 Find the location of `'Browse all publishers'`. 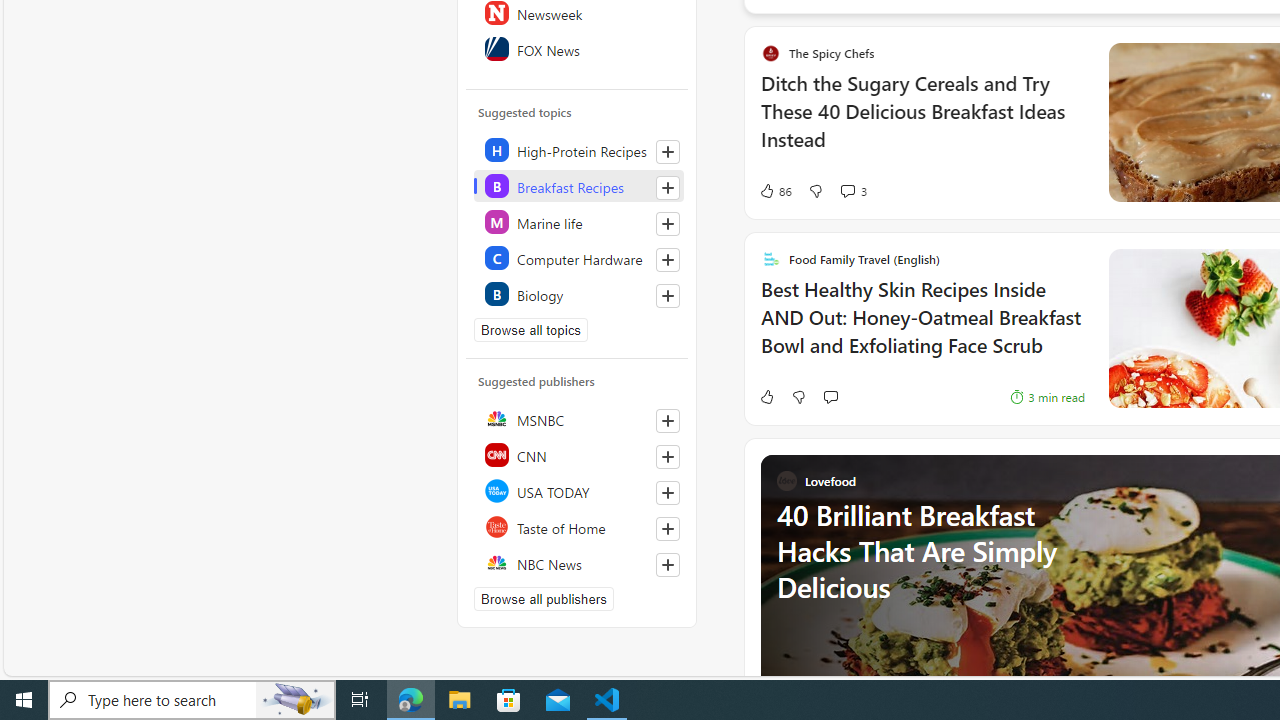

'Browse all publishers' is located at coordinates (544, 598).